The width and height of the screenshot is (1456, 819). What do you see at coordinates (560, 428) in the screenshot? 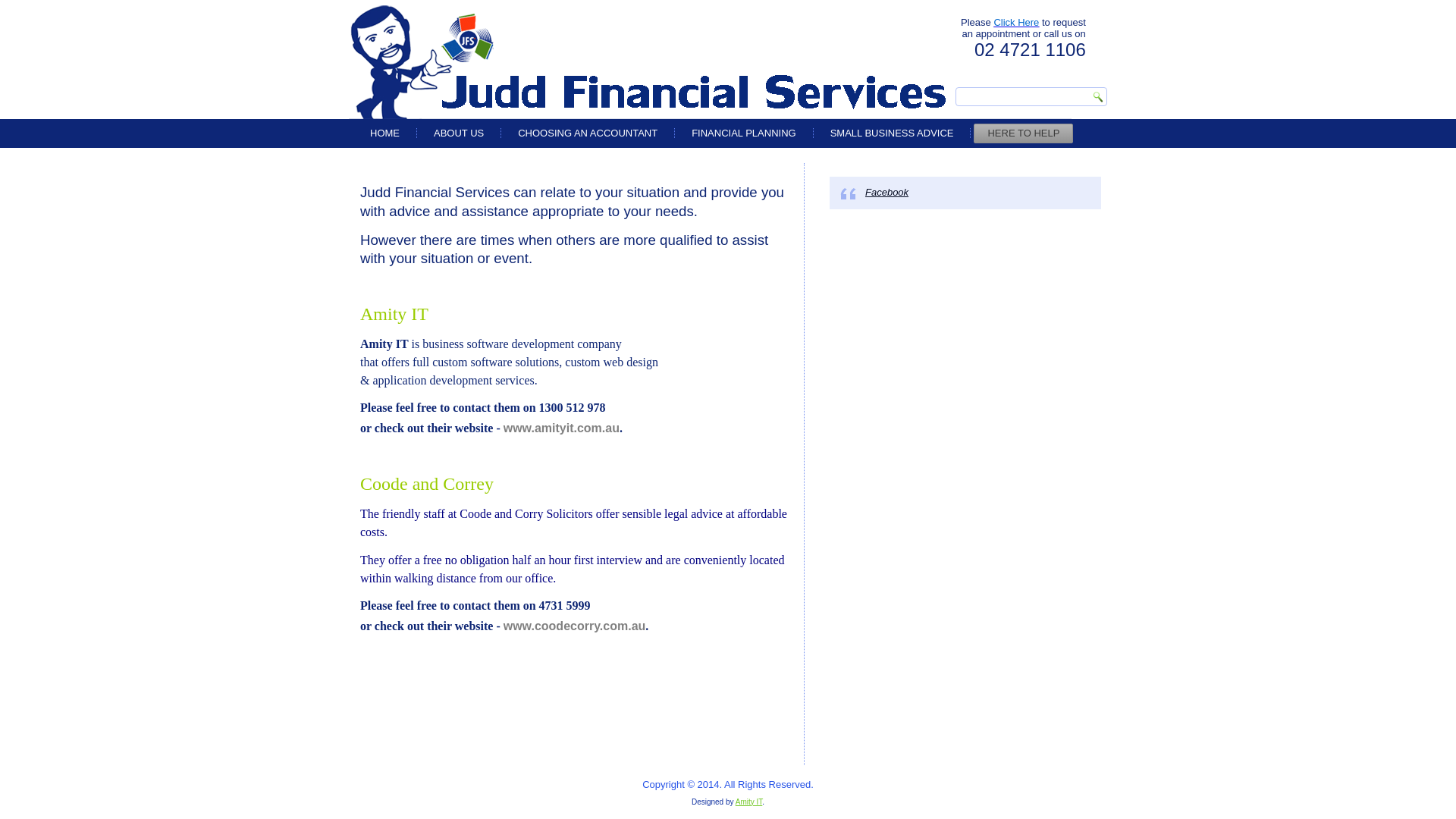
I see `'www.amityit.com.au'` at bounding box center [560, 428].